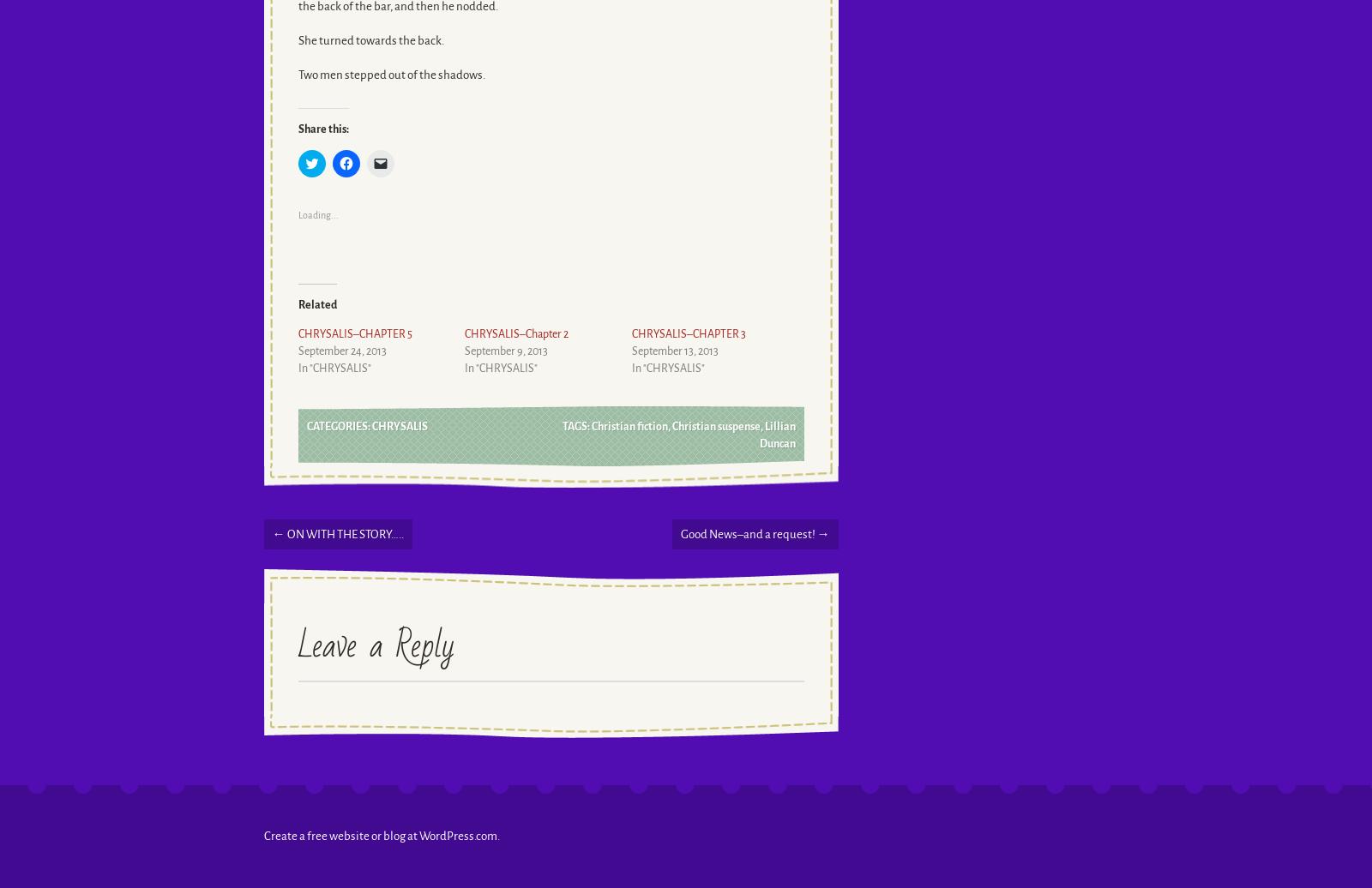 The image size is (1372, 888). I want to click on 'Related', so click(316, 304).